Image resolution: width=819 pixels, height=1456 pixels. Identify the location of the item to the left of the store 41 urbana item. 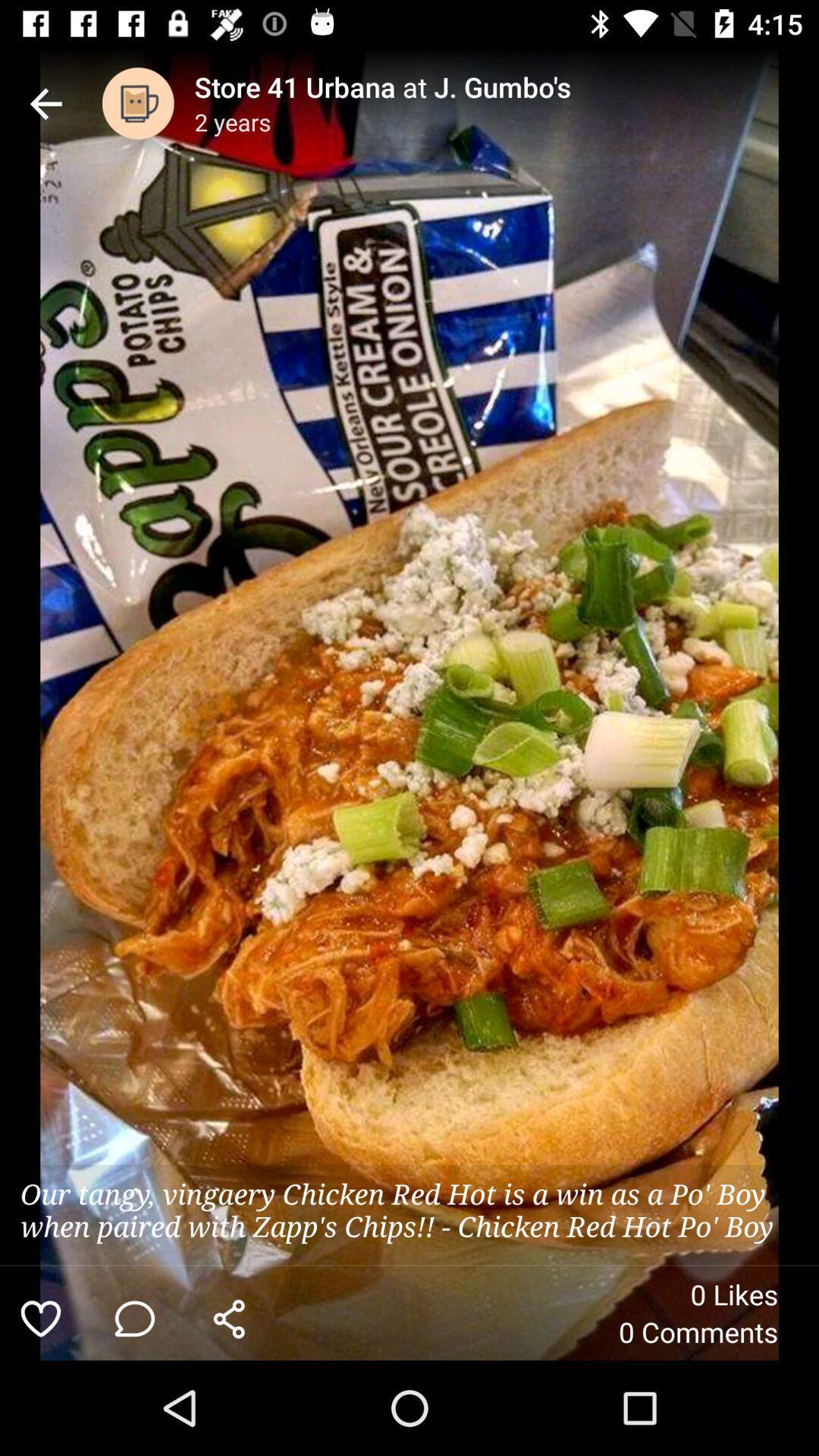
(138, 102).